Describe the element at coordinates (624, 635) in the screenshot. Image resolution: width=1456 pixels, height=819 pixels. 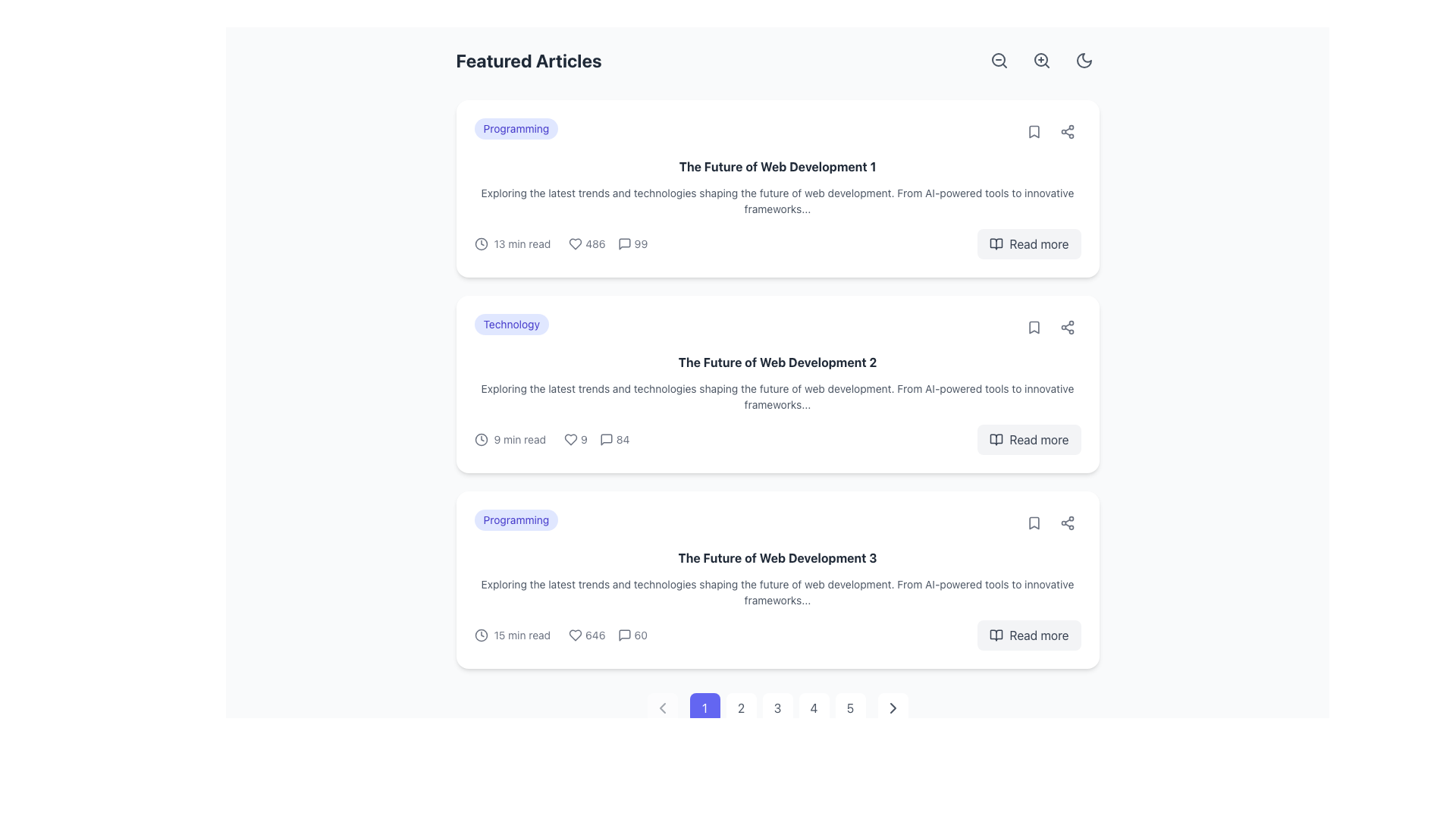
I see `speech bubble icon located at the first position in the horizontal group next to the numeric label '60' on 'The Future of Web Development 3' card` at that location.